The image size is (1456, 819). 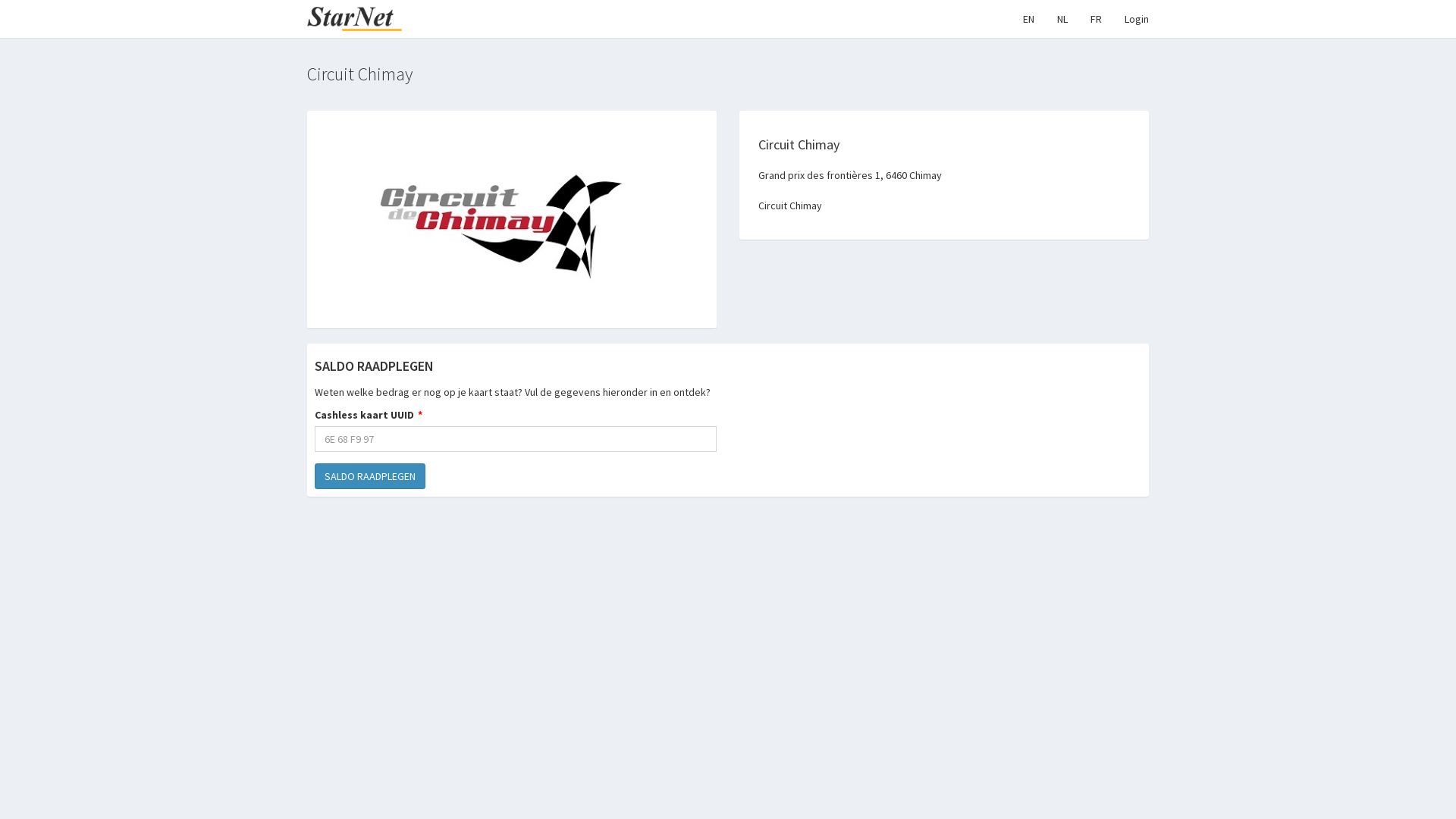 I want to click on 'EN', so click(x=1028, y=18).